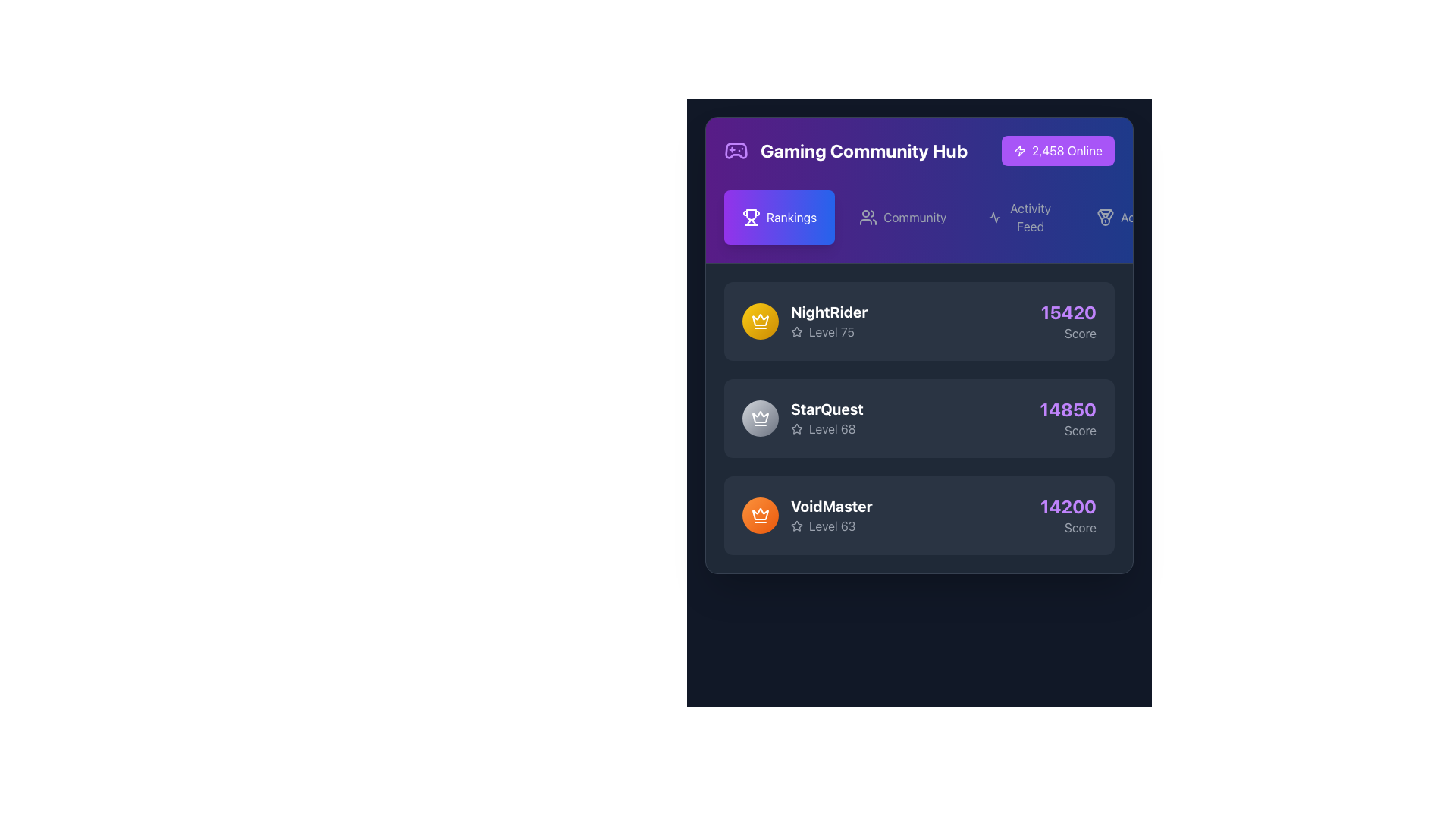 The image size is (1456, 819). Describe the element at coordinates (796, 429) in the screenshot. I see `the decorative or status-related icon associated with the user's level indicator for 'StarQuest', which is located to the left of the text 'Level 68' in the leaderboard` at that location.